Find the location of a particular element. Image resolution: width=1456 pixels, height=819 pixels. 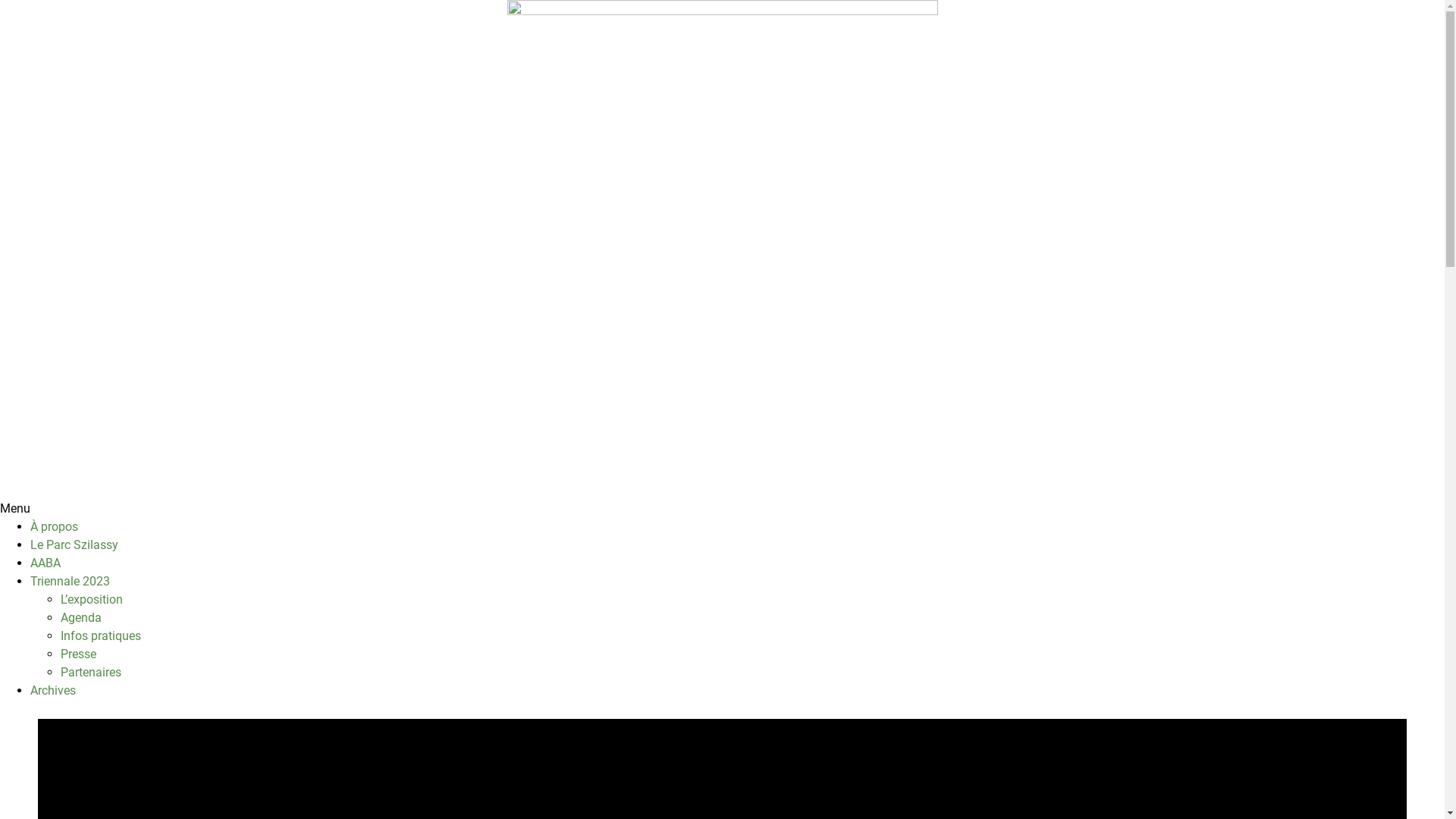

'Triennale 2023' is located at coordinates (69, 580).